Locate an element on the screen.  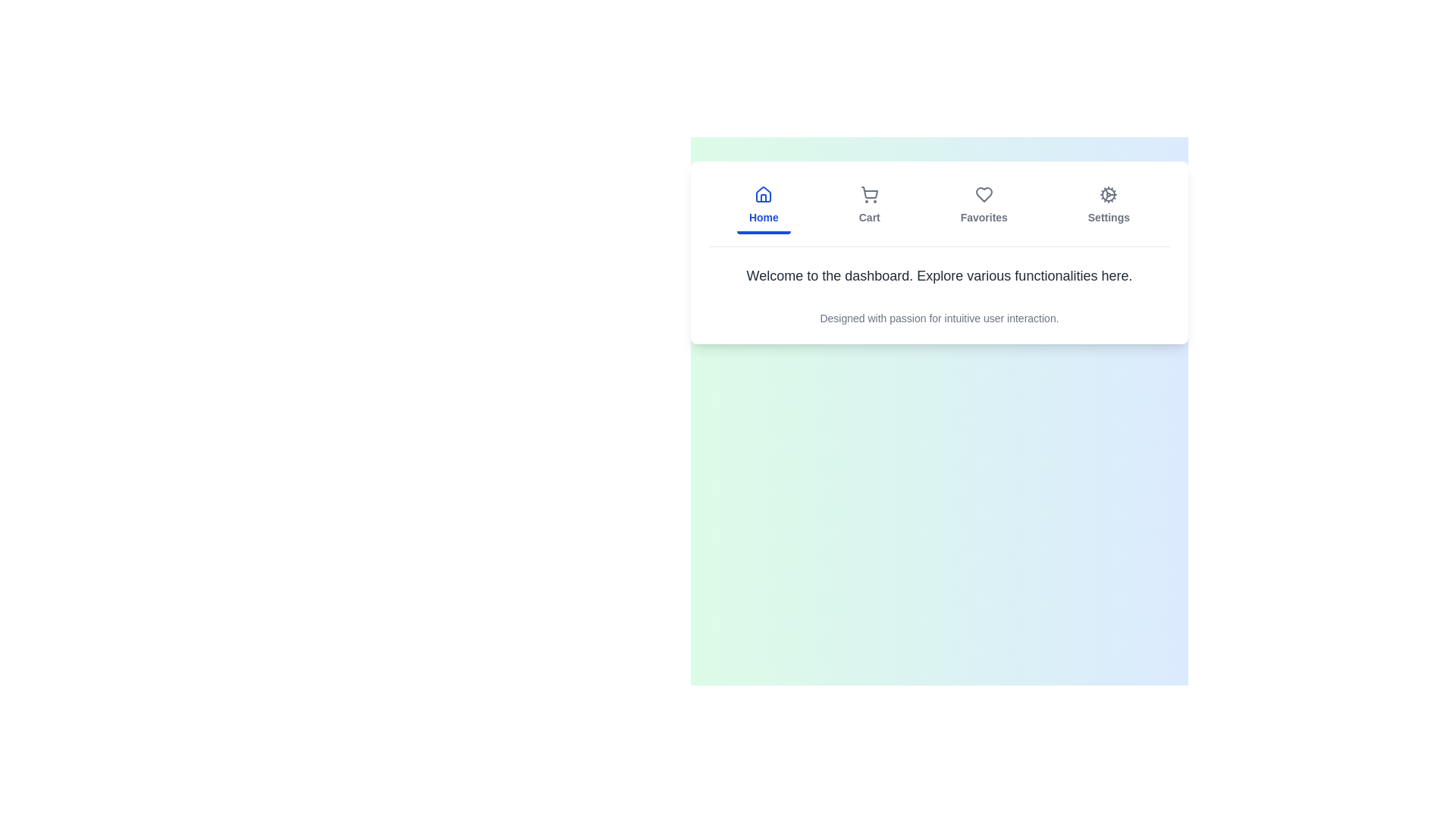
the 'Favorites' text label in the navigation bar is located at coordinates (984, 217).